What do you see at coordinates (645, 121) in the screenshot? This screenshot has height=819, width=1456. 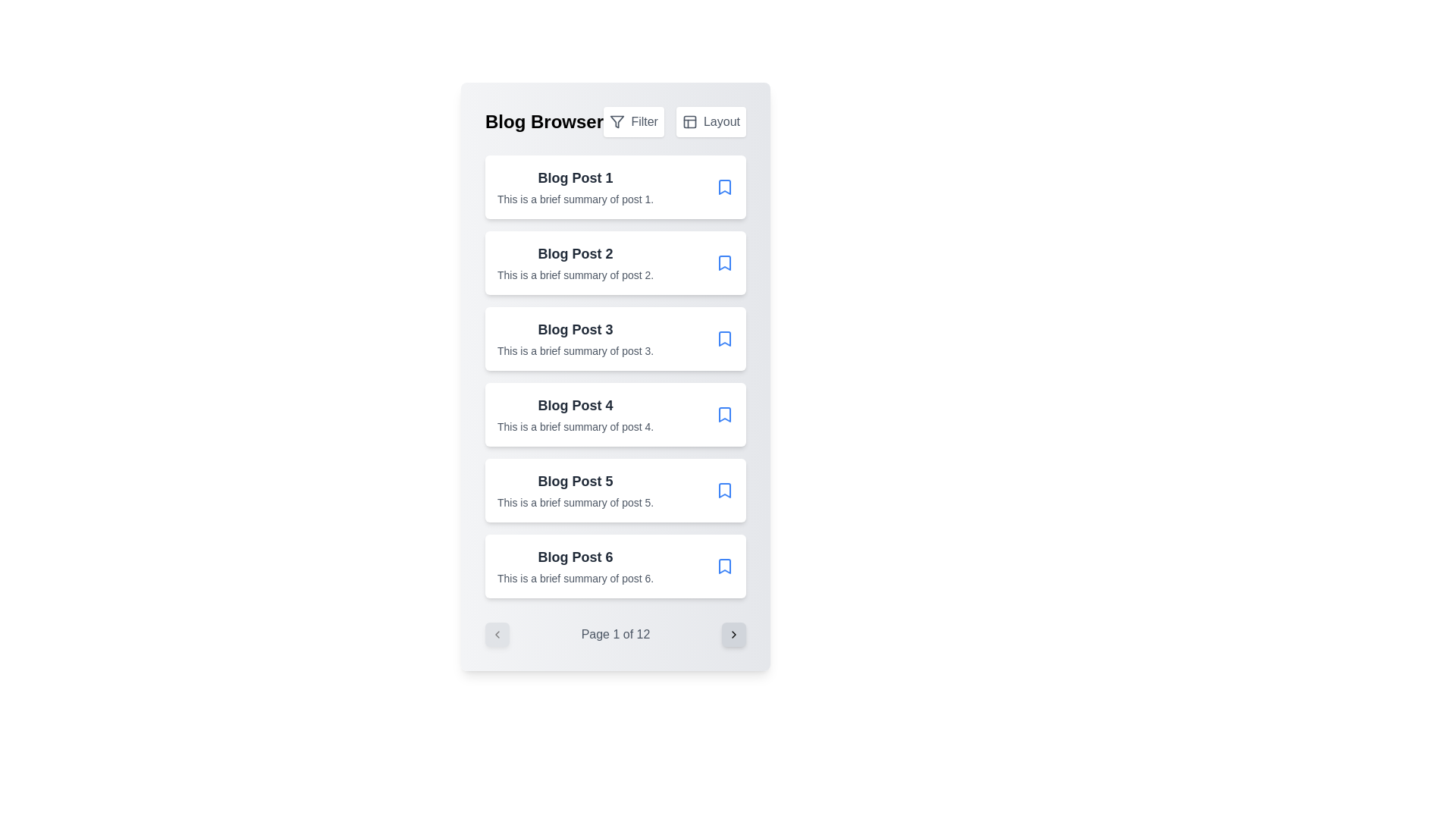 I see `the text label indicating the functionality of the filter button located centrally in the top bar of the interface` at bounding box center [645, 121].